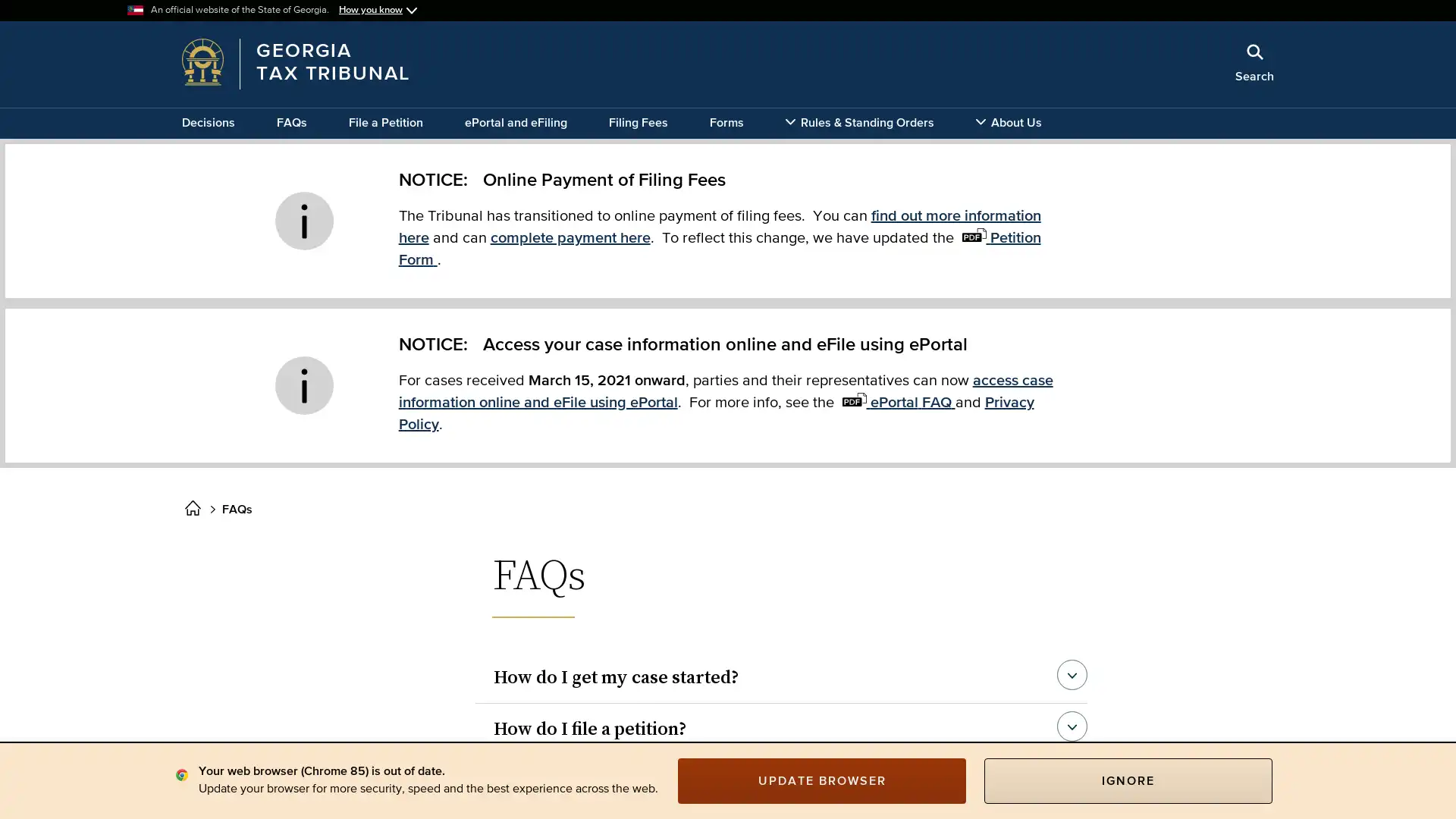 The width and height of the screenshot is (1456, 819). I want to click on IGNORE, so click(1128, 780).